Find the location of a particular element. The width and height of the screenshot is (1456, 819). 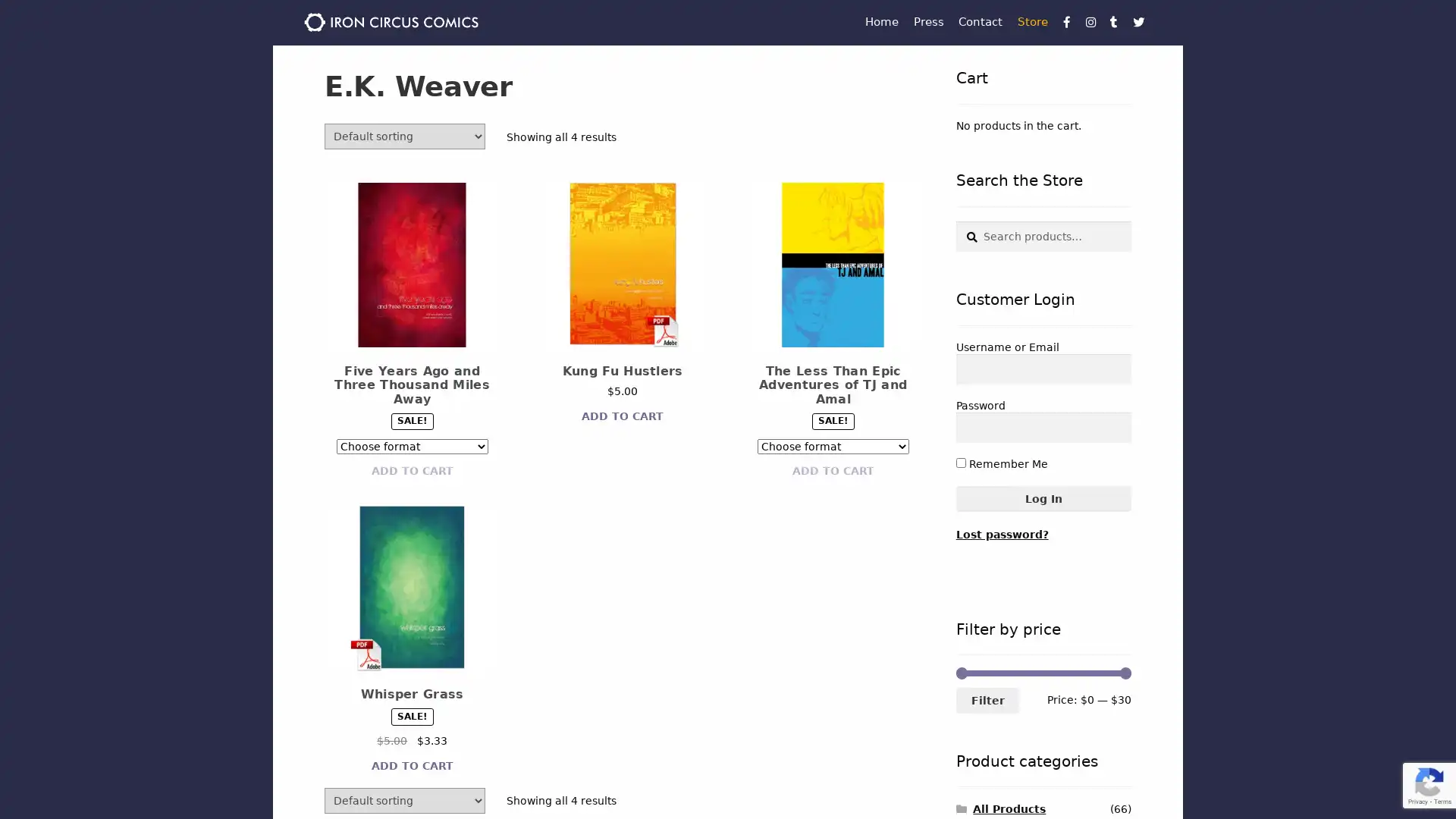

Filter is located at coordinates (987, 700).